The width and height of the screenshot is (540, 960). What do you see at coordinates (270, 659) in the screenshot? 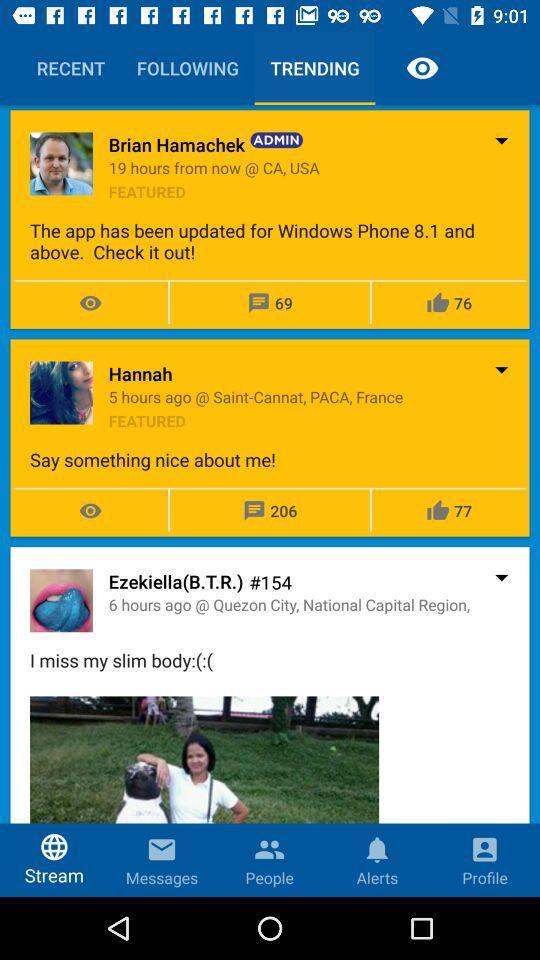
I see `i miss my icon` at bounding box center [270, 659].